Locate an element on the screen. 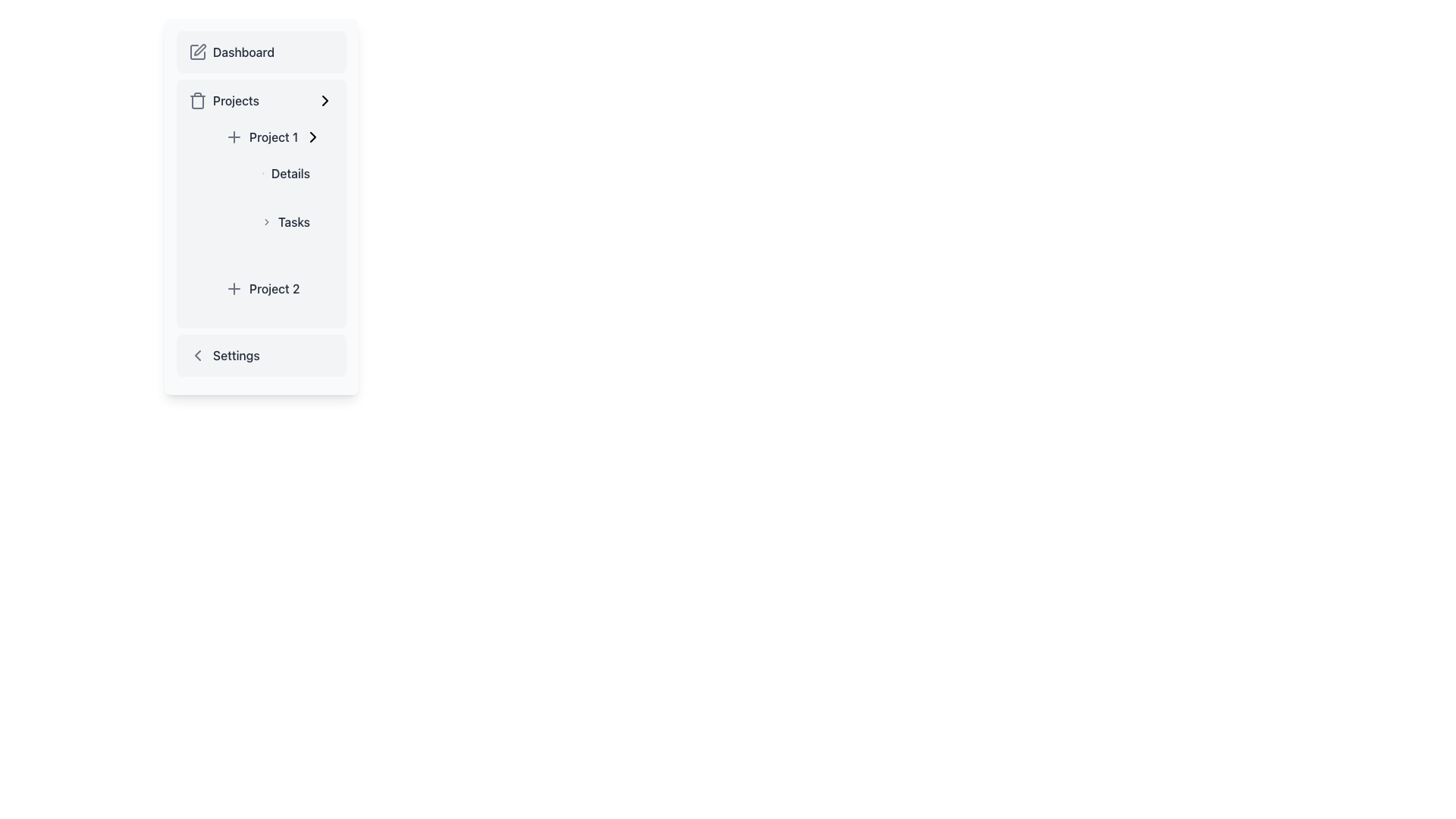 The width and height of the screenshot is (1456, 819). the navigation label in the top-left section of the interface is located at coordinates (243, 52).